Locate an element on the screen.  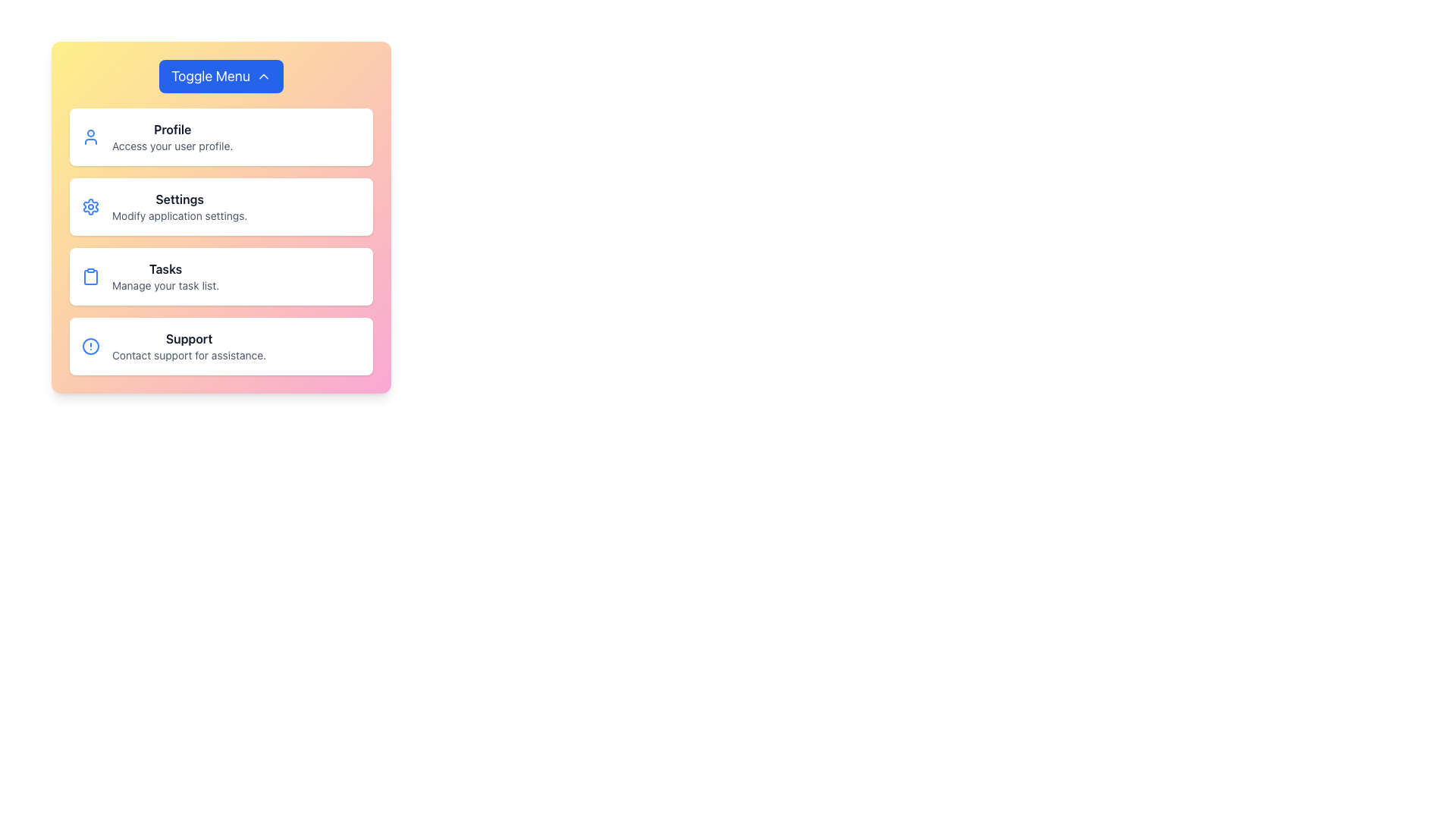
the 'Settings' menu icon is located at coordinates (90, 207).